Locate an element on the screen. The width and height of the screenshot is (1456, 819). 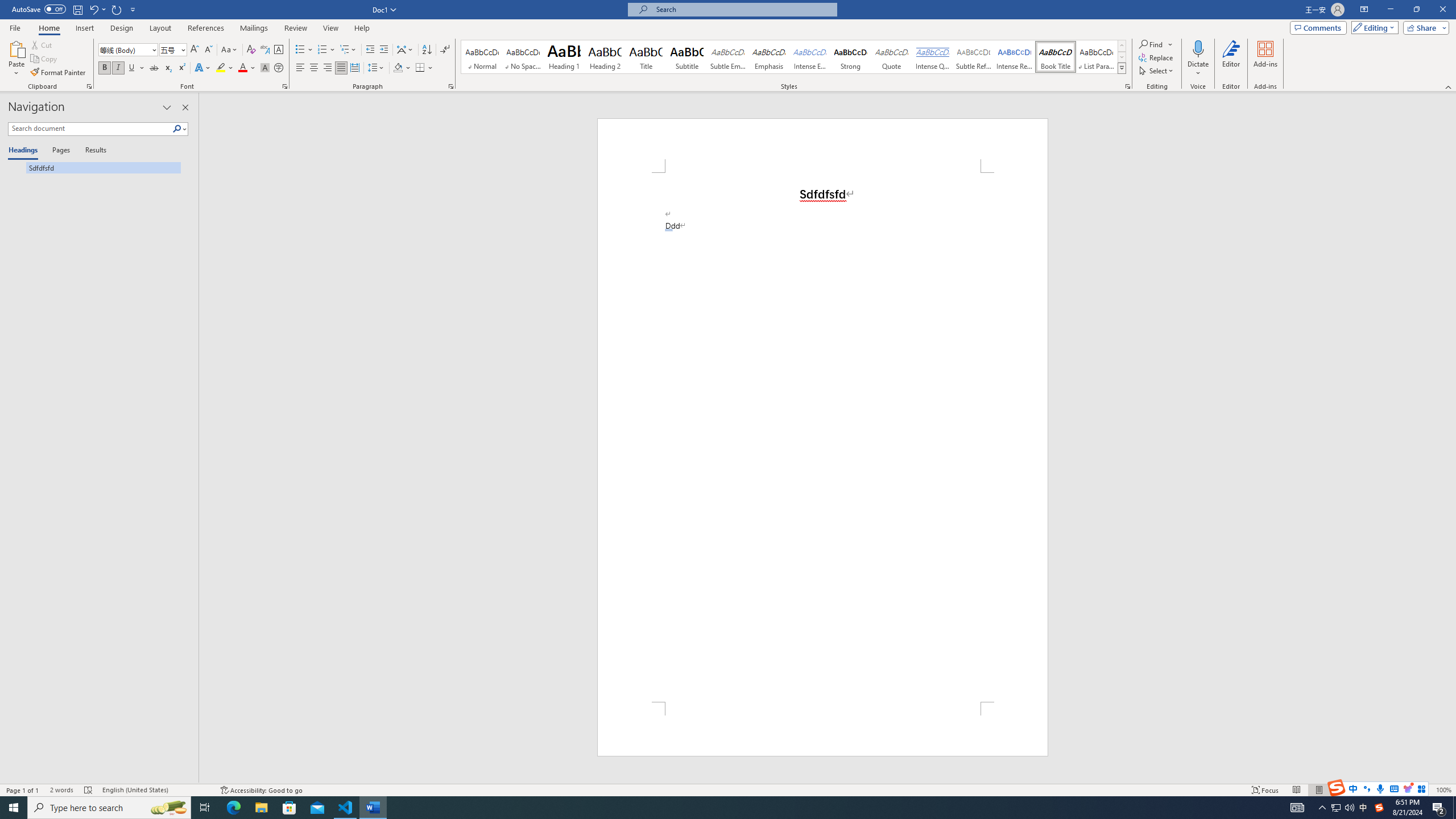
'Numbering' is located at coordinates (326, 49).